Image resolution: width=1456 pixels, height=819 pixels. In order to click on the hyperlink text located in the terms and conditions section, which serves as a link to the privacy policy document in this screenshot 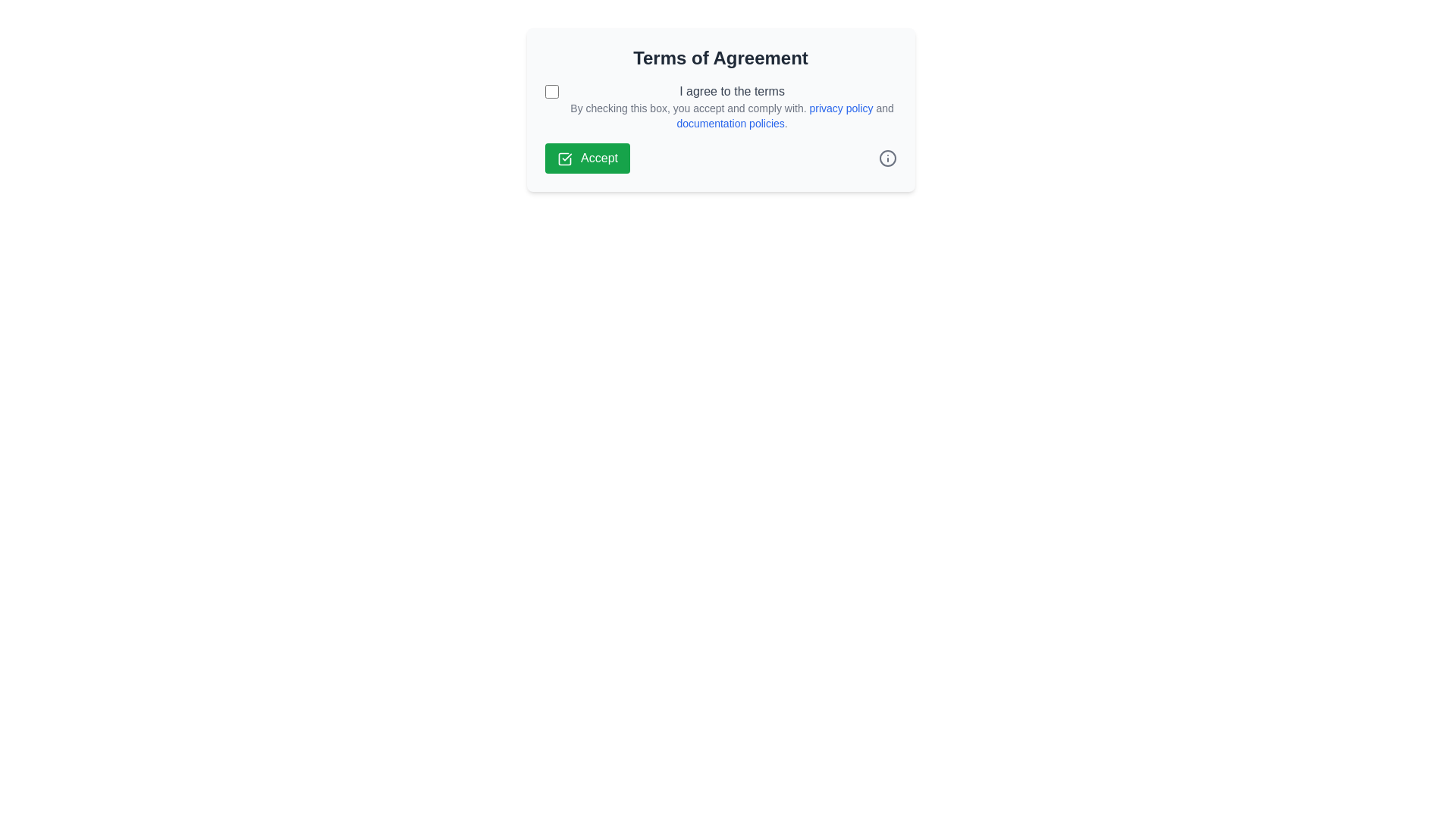, I will do `click(839, 107)`.